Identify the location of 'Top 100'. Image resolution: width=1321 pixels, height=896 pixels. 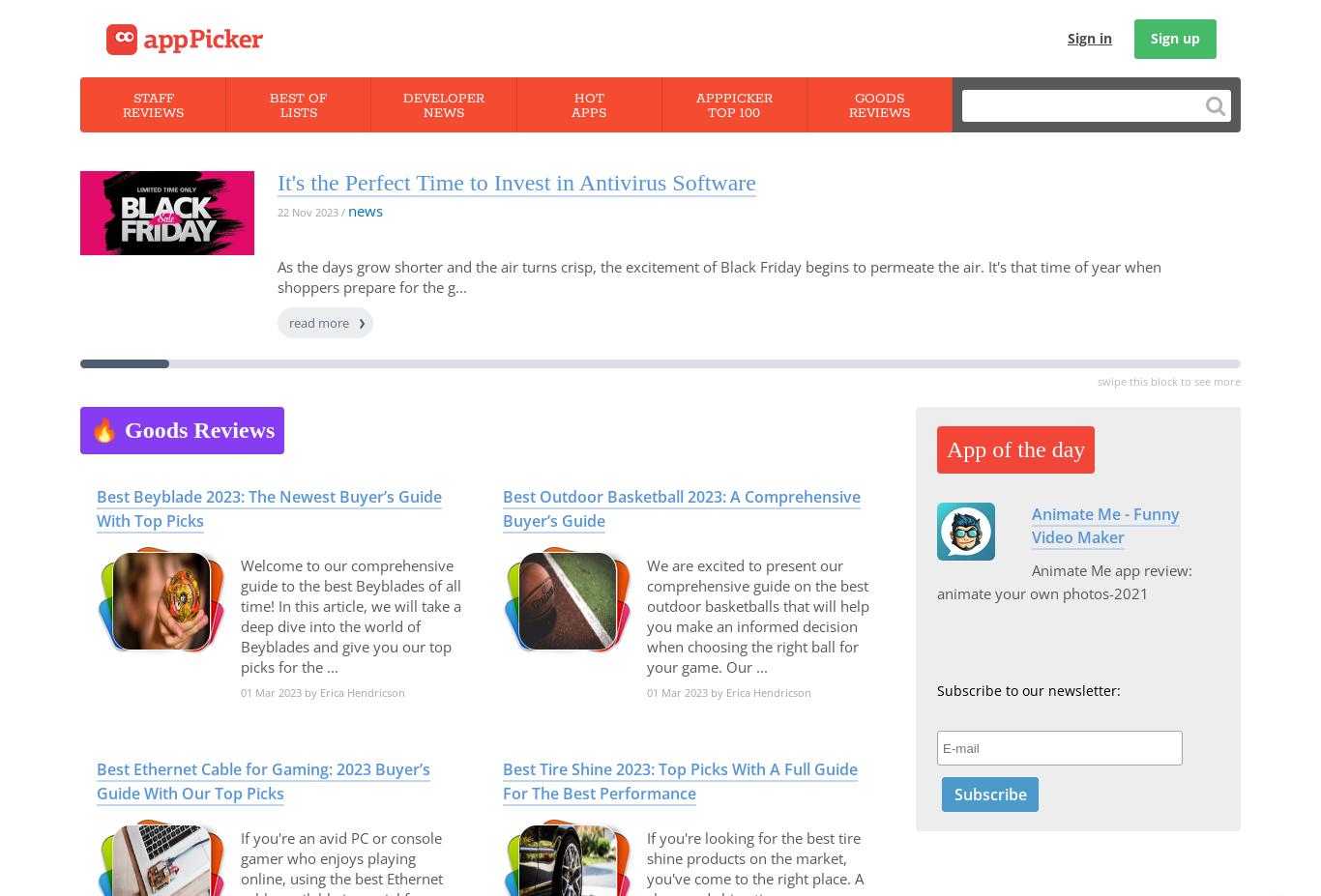
(733, 112).